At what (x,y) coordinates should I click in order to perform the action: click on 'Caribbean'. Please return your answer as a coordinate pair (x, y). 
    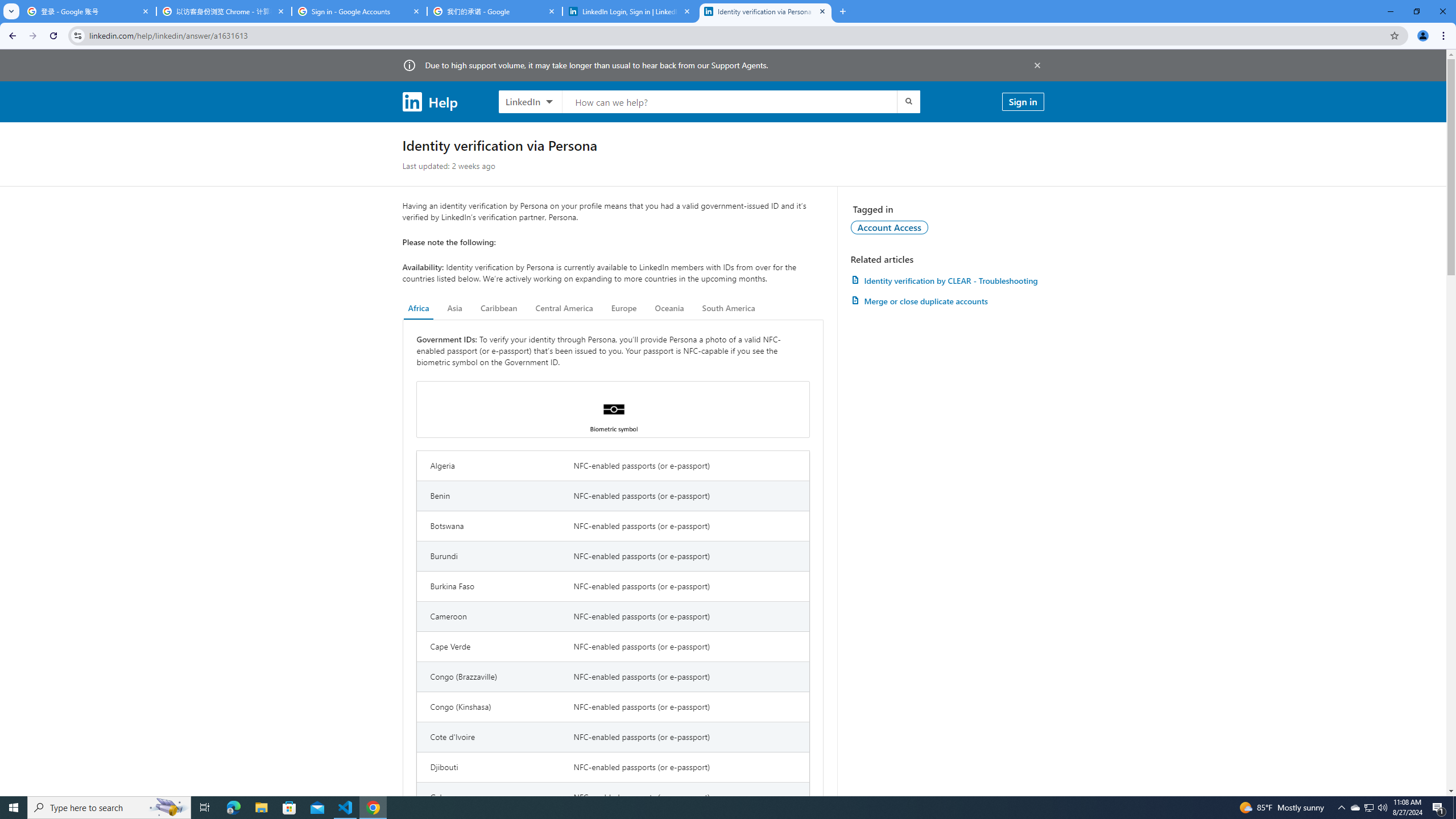
    Looking at the image, I should click on (499, 308).